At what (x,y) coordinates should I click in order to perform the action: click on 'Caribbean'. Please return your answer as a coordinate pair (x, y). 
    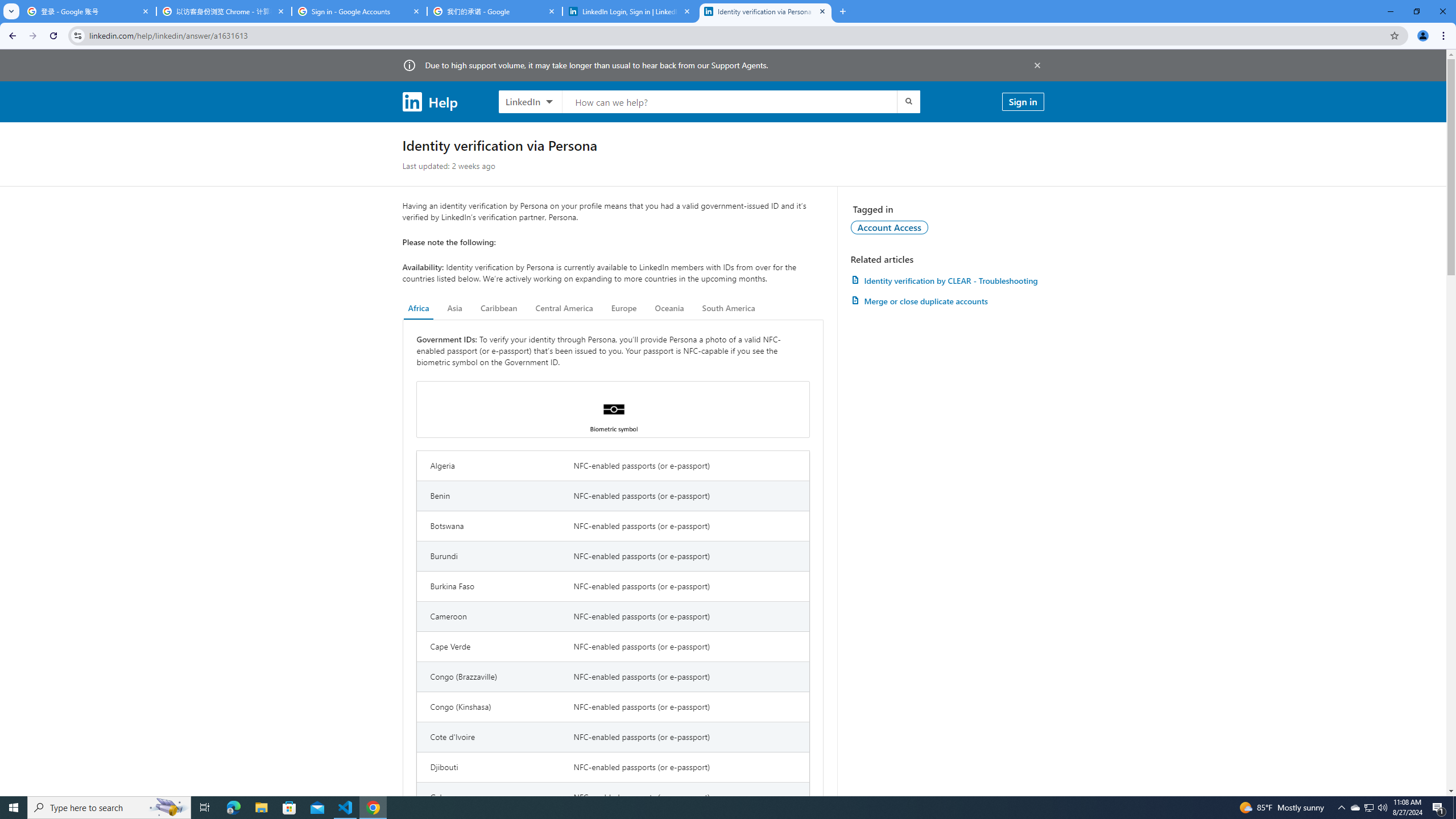
    Looking at the image, I should click on (499, 308).